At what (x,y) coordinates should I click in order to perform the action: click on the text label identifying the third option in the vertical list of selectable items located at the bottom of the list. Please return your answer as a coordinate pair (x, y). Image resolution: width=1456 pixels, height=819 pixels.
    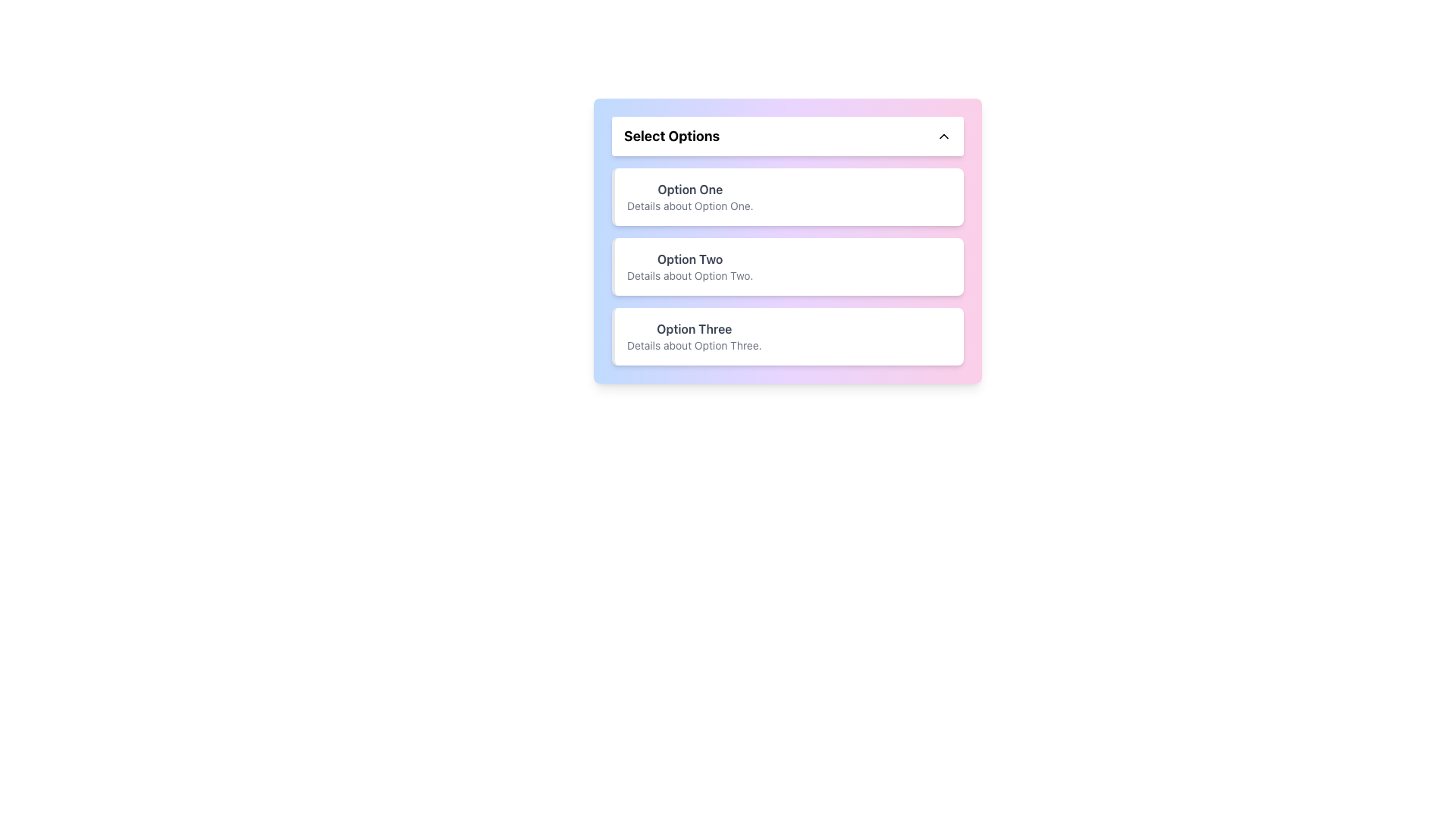
    Looking at the image, I should click on (693, 328).